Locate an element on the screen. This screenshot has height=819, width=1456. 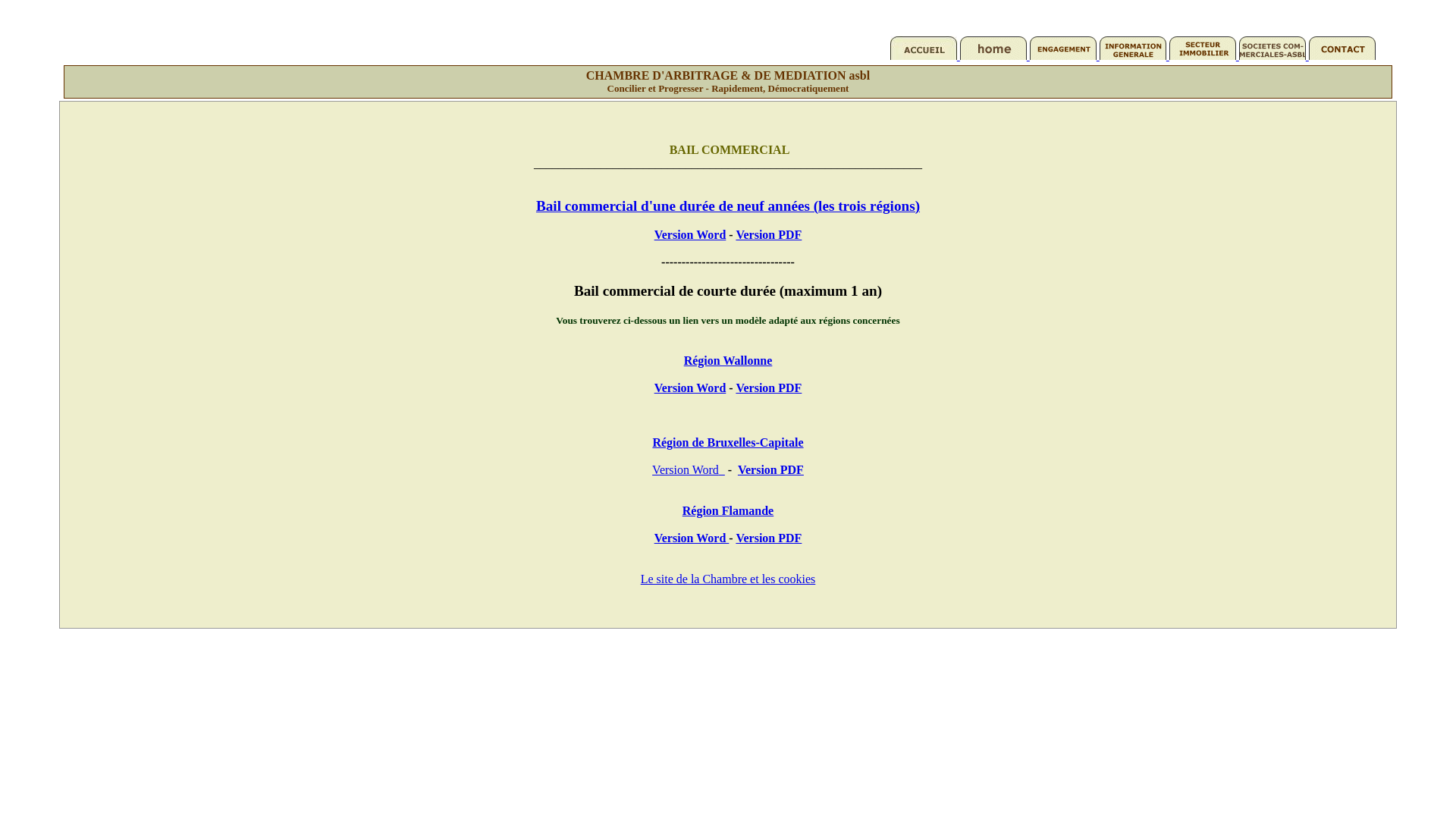
'Le site de la Chambre et les cookies' is located at coordinates (728, 579).